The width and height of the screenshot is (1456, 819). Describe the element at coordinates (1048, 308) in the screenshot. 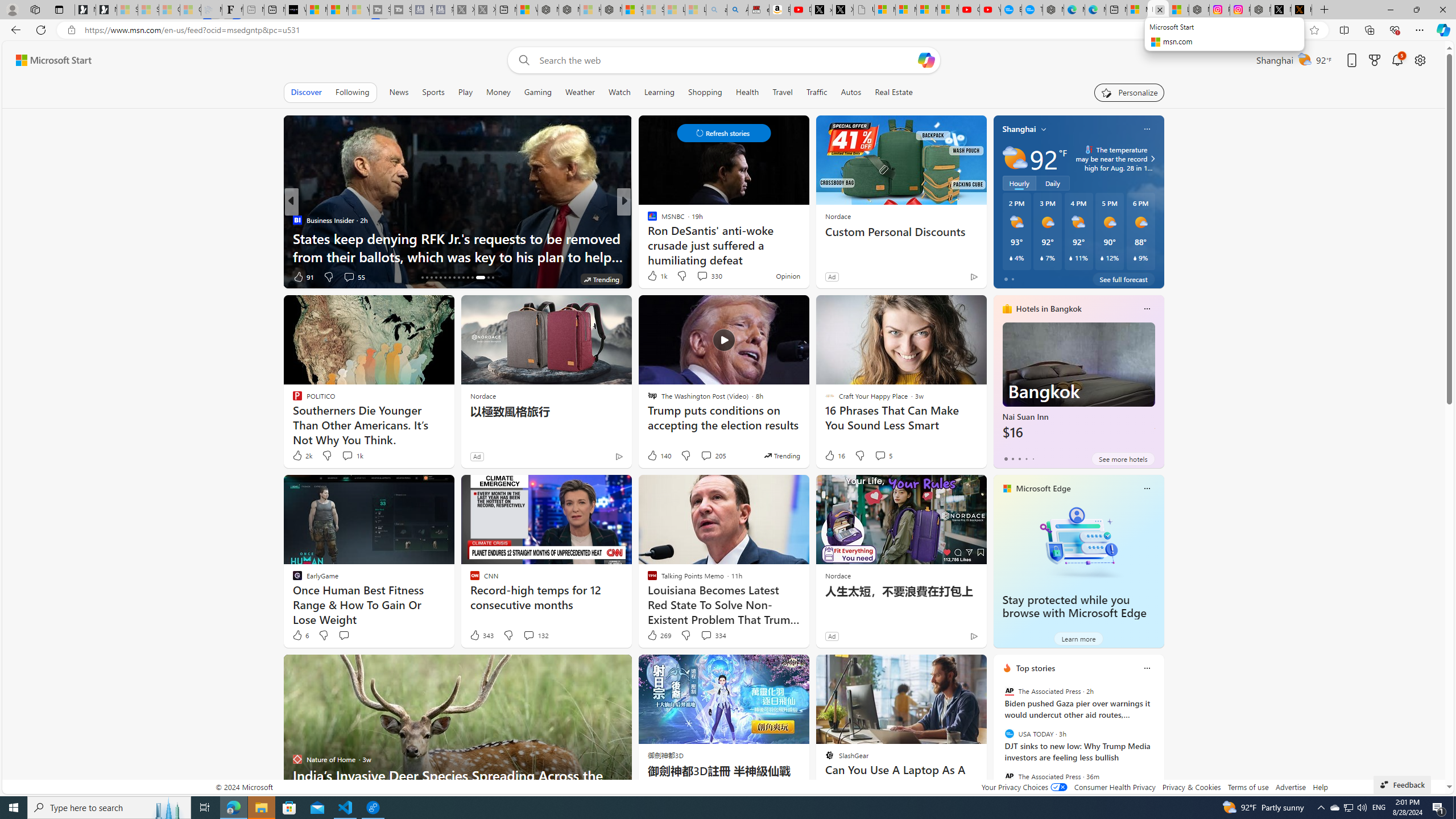

I see `'Hotels in Bangkok'` at that location.